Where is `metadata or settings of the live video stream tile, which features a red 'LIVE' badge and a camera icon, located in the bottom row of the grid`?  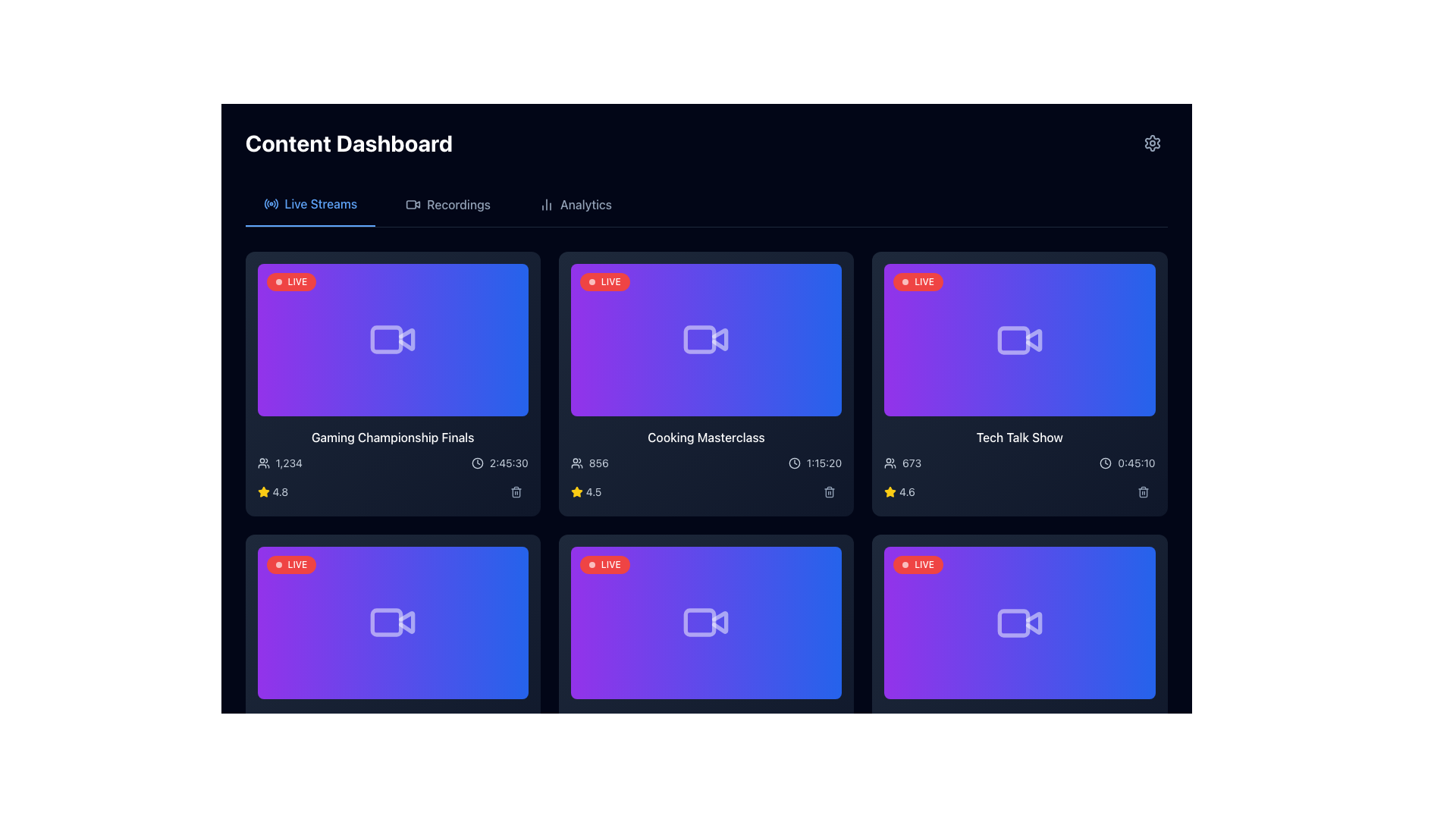 metadata or settings of the live video stream tile, which features a red 'LIVE' badge and a camera icon, located in the bottom row of the grid is located at coordinates (705, 623).